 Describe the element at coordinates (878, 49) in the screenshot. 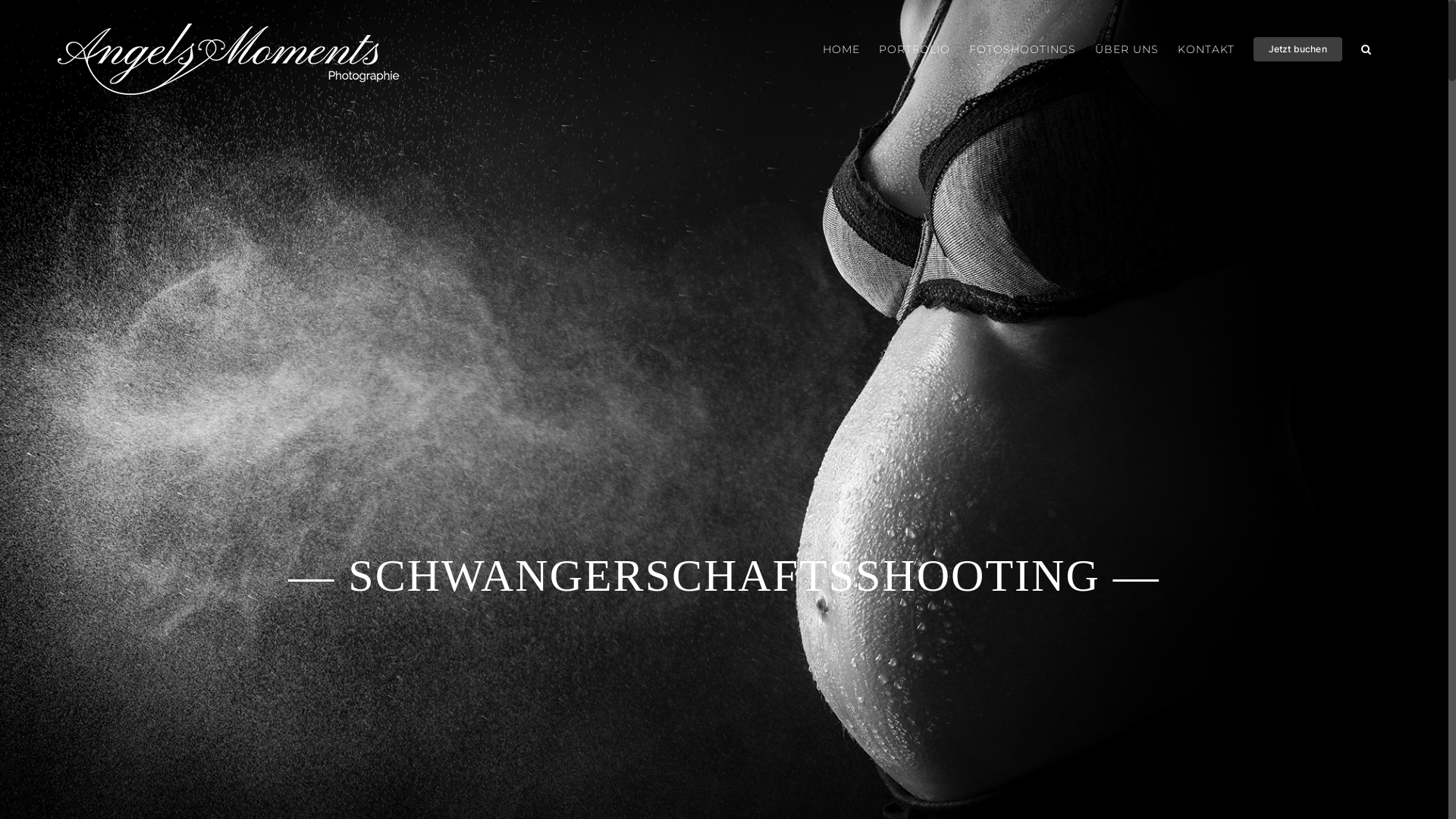

I see `'PORTFOLIO'` at that location.